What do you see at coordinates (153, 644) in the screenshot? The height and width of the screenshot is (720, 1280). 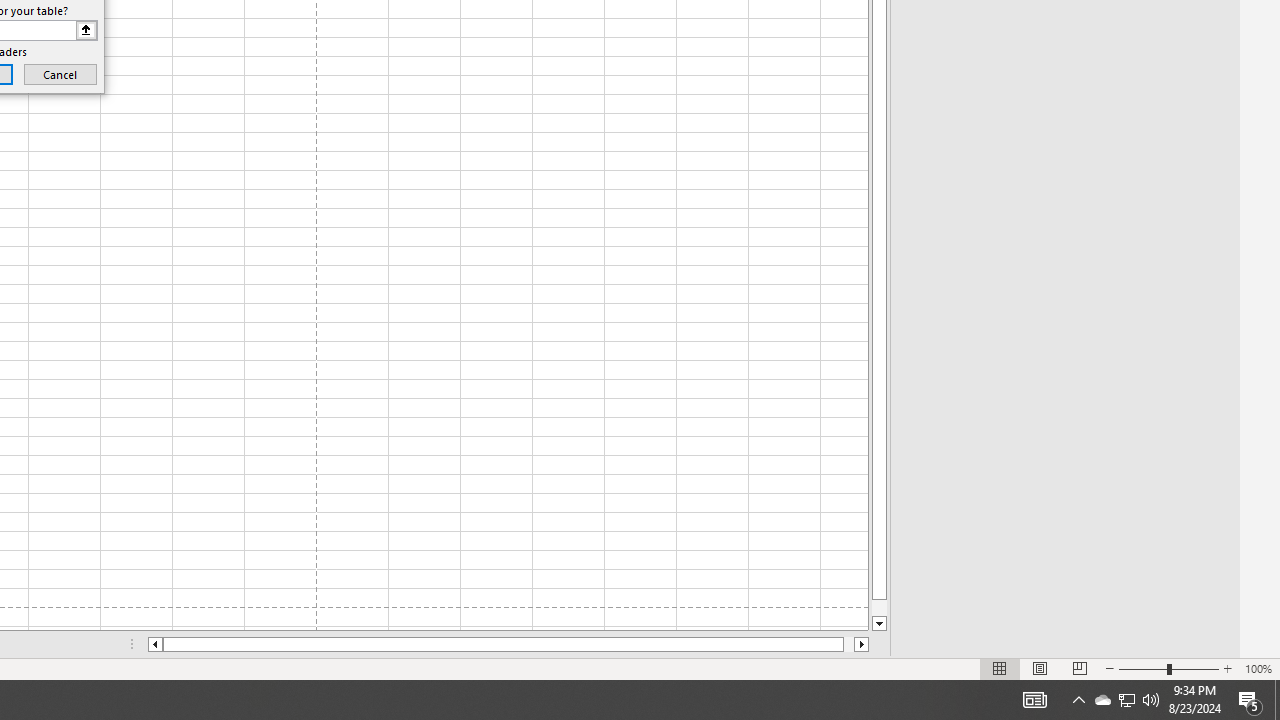 I see `'Column left'` at bounding box center [153, 644].